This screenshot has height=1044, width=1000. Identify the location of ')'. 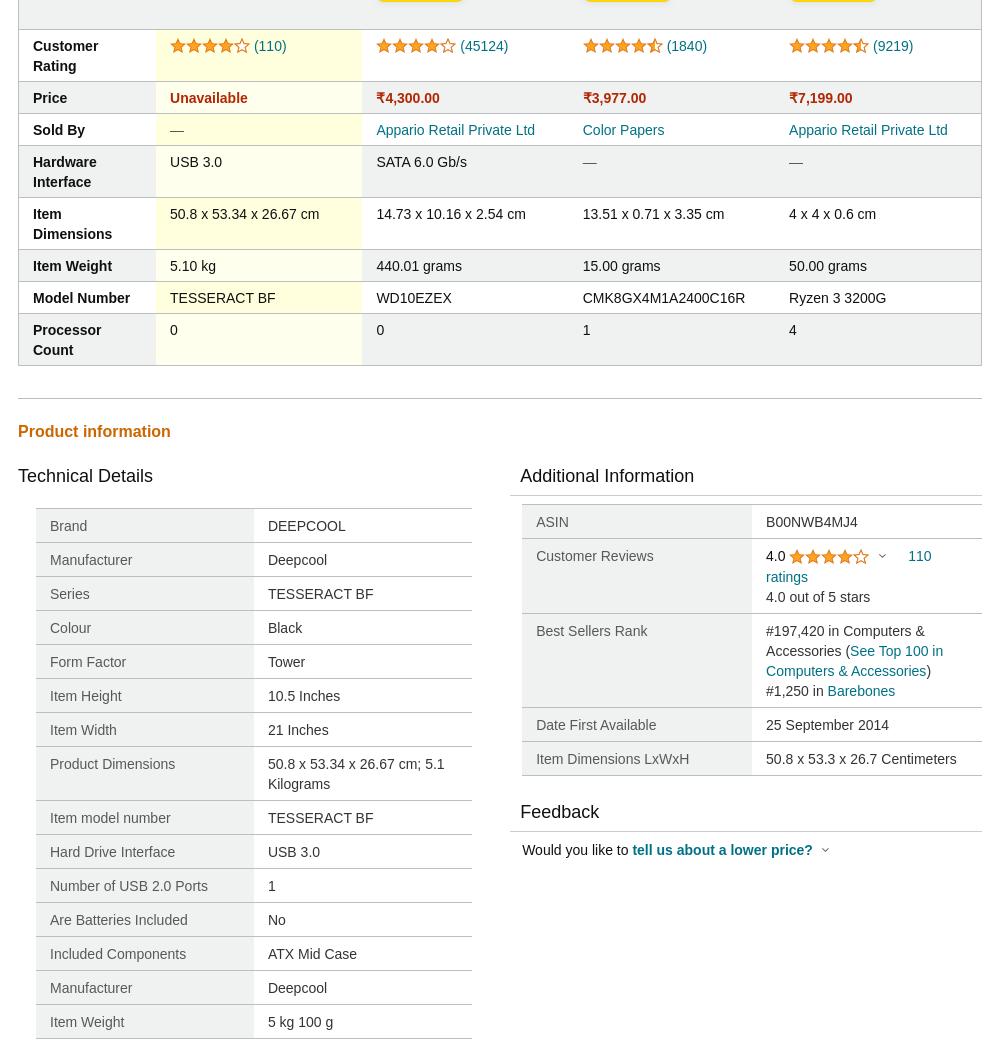
(928, 669).